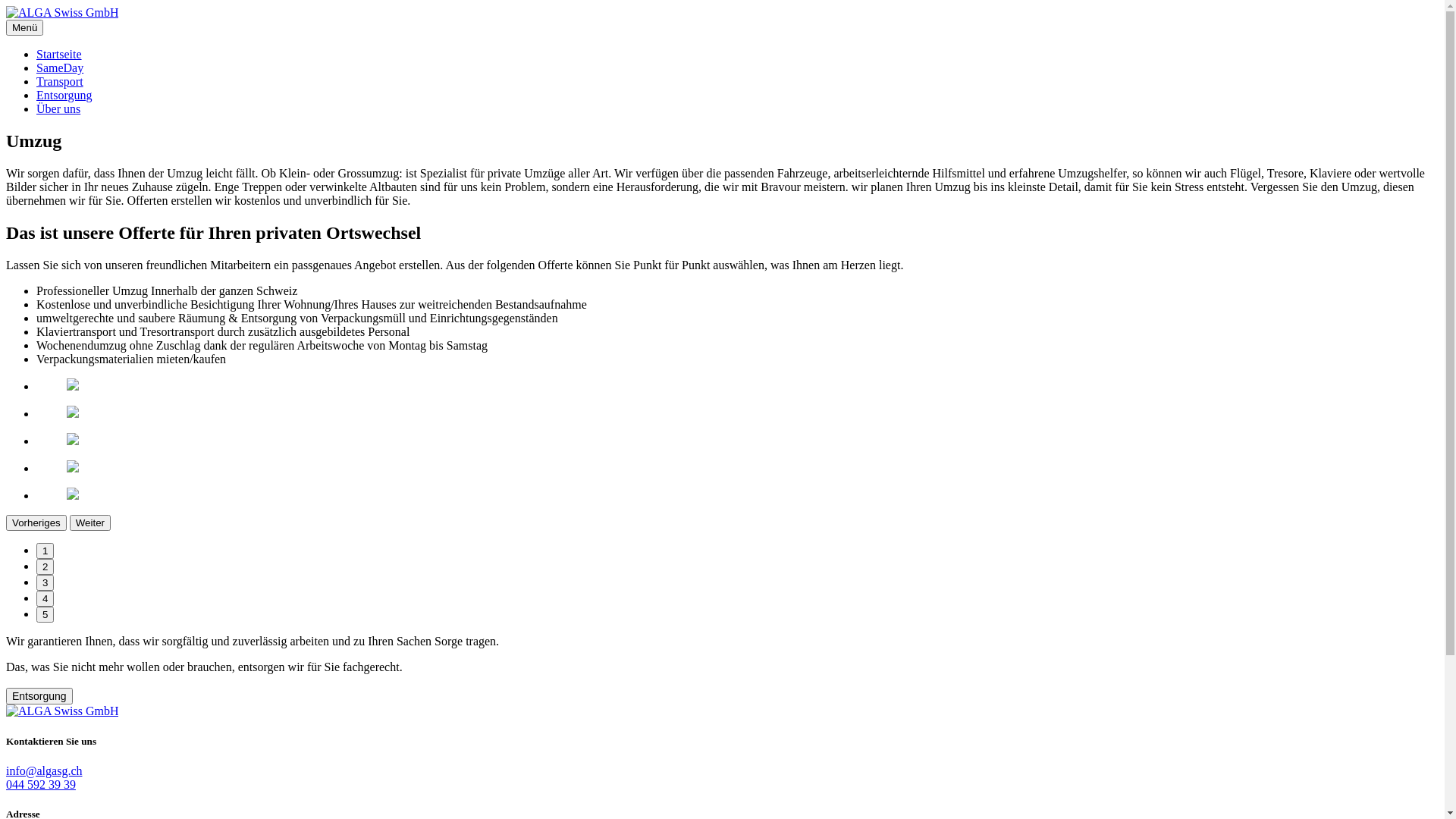 The height and width of the screenshot is (819, 1456). I want to click on 'Vorheriges', so click(6, 522).